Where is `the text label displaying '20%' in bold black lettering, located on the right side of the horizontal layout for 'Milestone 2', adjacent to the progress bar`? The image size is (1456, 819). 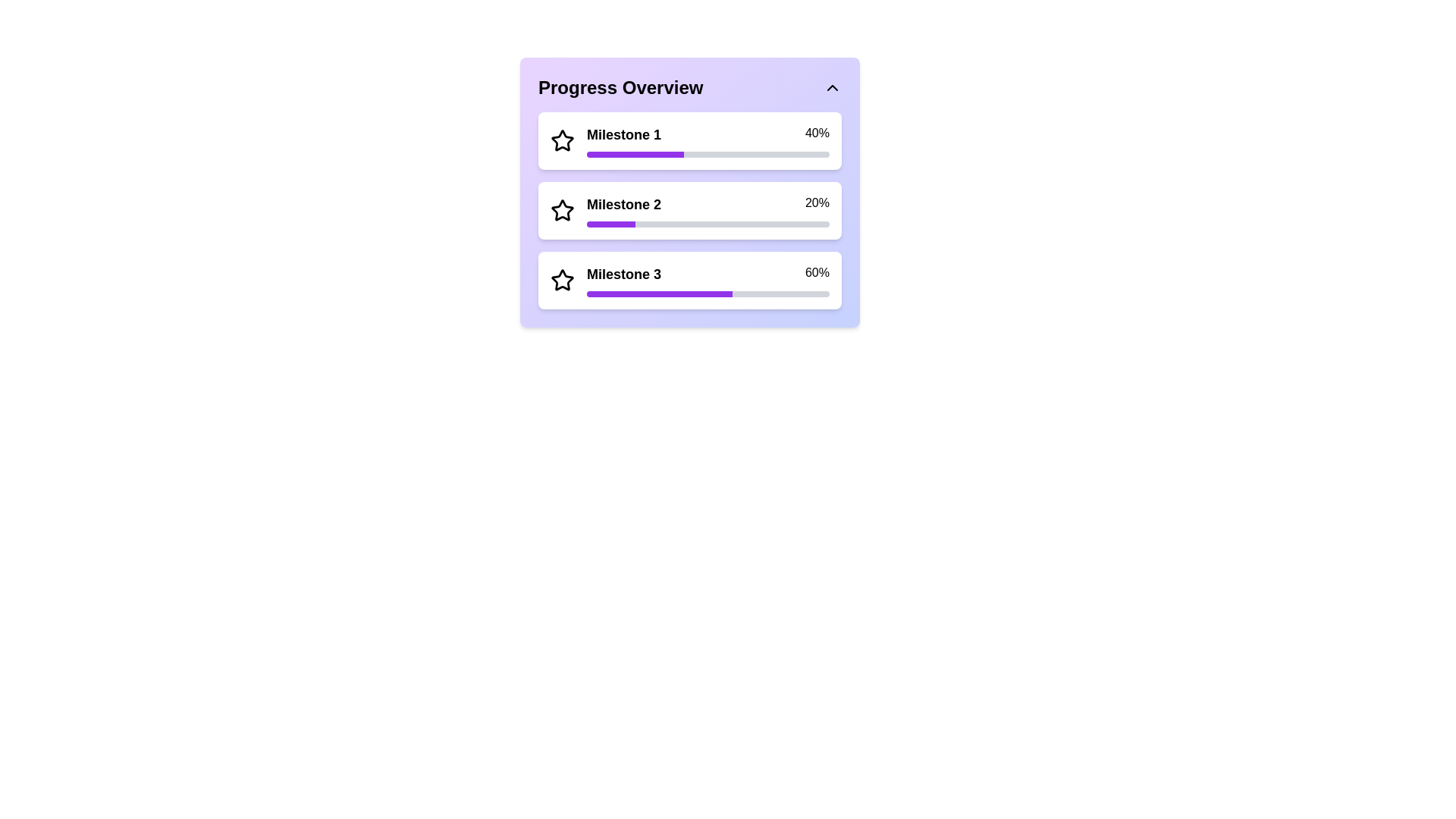 the text label displaying '20%' in bold black lettering, located on the right side of the horizontal layout for 'Milestone 2', adjacent to the progress bar is located at coordinates (816, 205).